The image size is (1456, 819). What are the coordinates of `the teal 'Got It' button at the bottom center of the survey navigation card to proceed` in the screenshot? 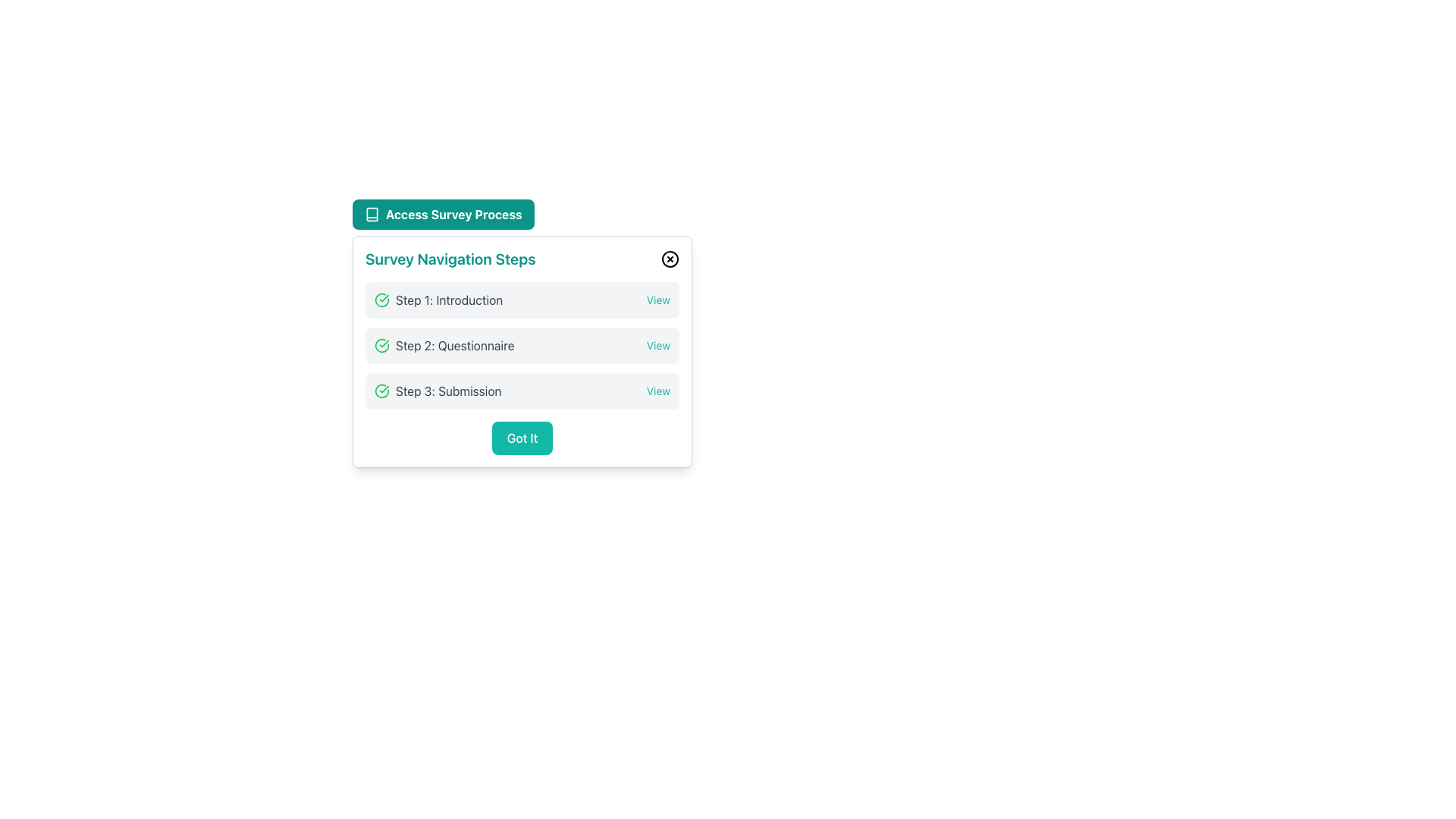 It's located at (522, 438).